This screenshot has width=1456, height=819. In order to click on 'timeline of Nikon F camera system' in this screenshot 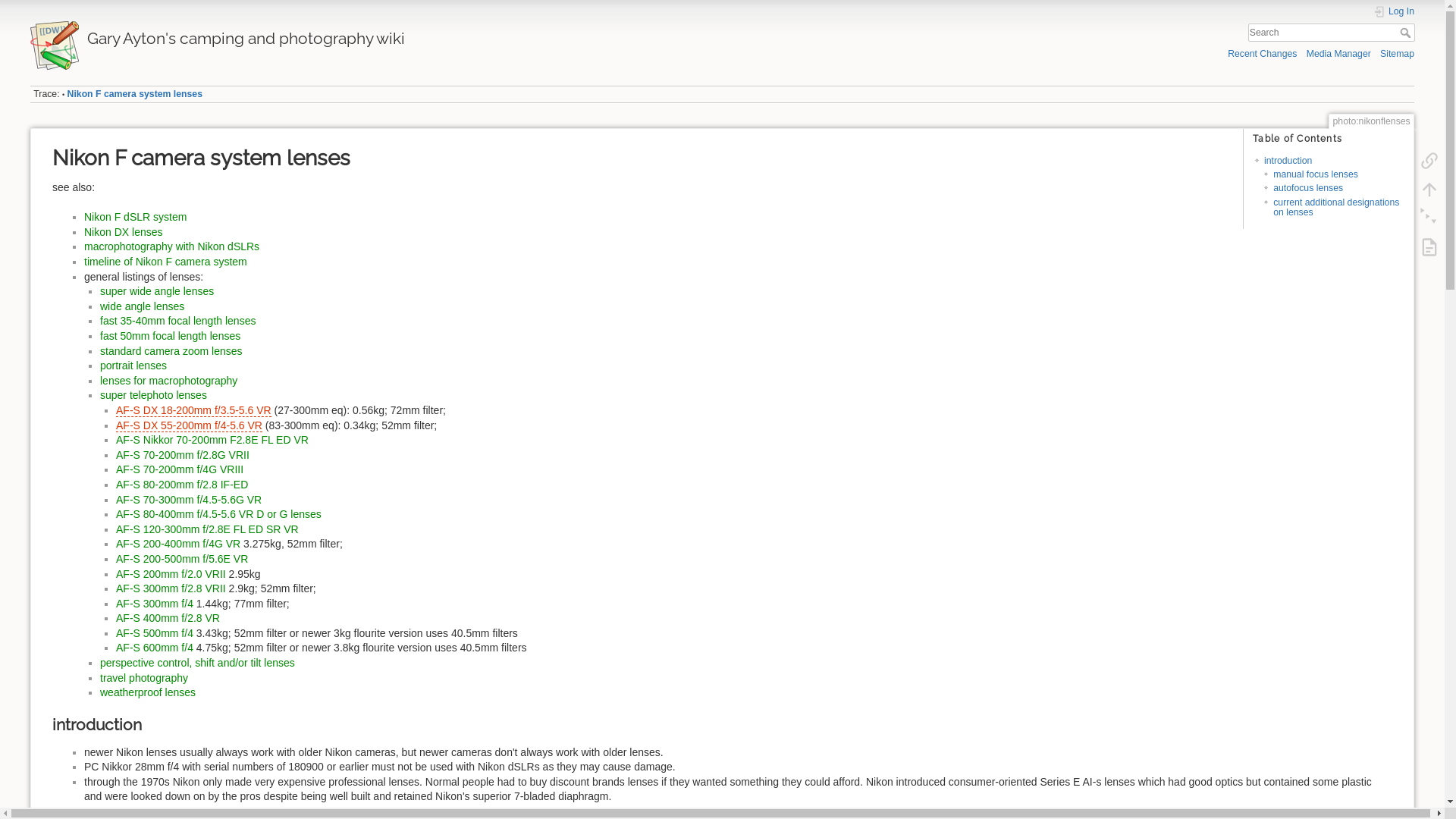, I will do `click(165, 260)`.